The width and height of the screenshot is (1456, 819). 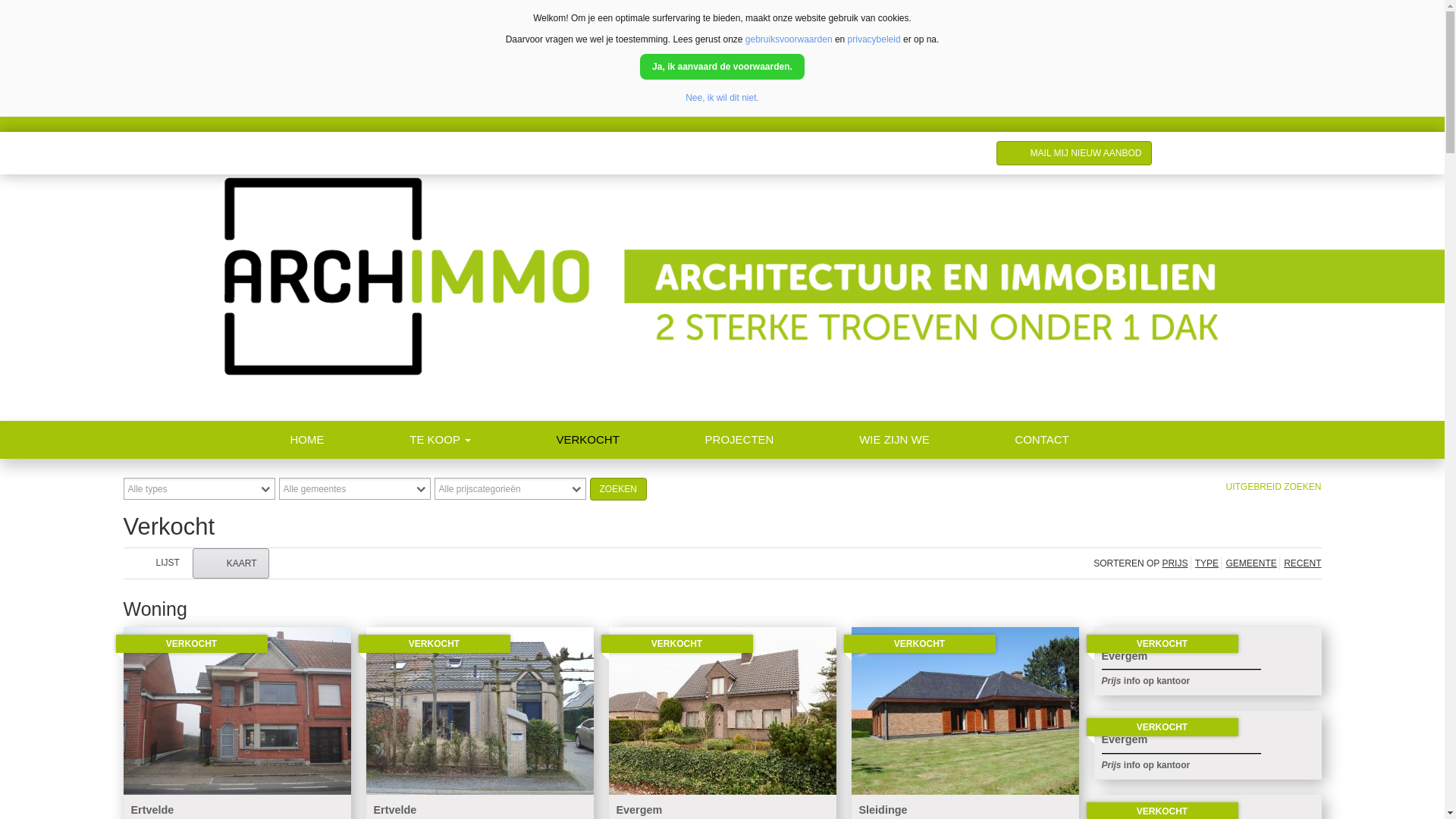 I want to click on 'TYPE', so click(x=1203, y=563).